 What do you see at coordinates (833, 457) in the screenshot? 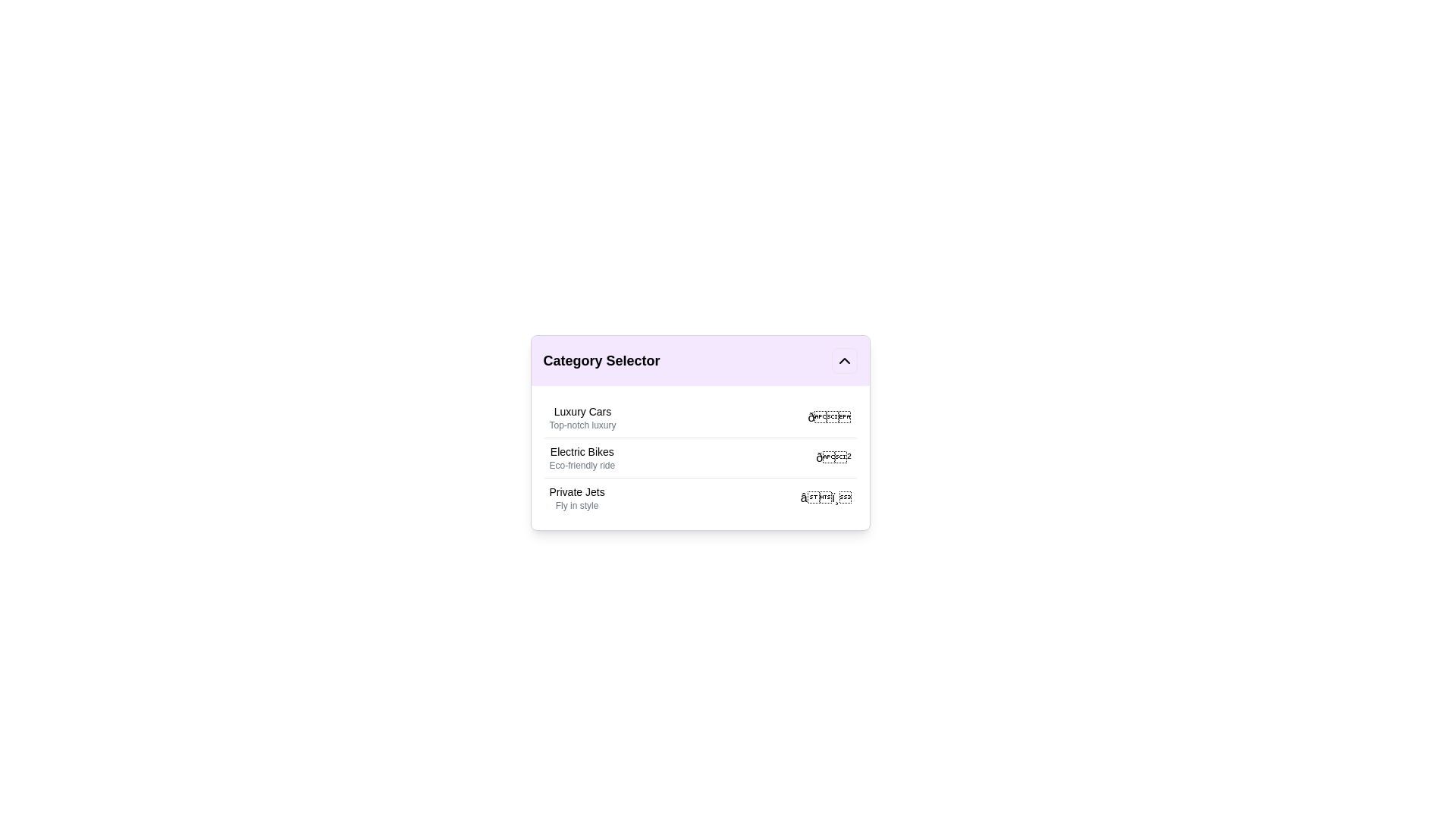
I see `the bicycle icon (🚲) located at the far right of the 'Electric Bikes' row in the 'Category Selector' list, which is aligned with the text labels 'Electric Bikes' and 'Eco-friendly ride.'` at bounding box center [833, 457].